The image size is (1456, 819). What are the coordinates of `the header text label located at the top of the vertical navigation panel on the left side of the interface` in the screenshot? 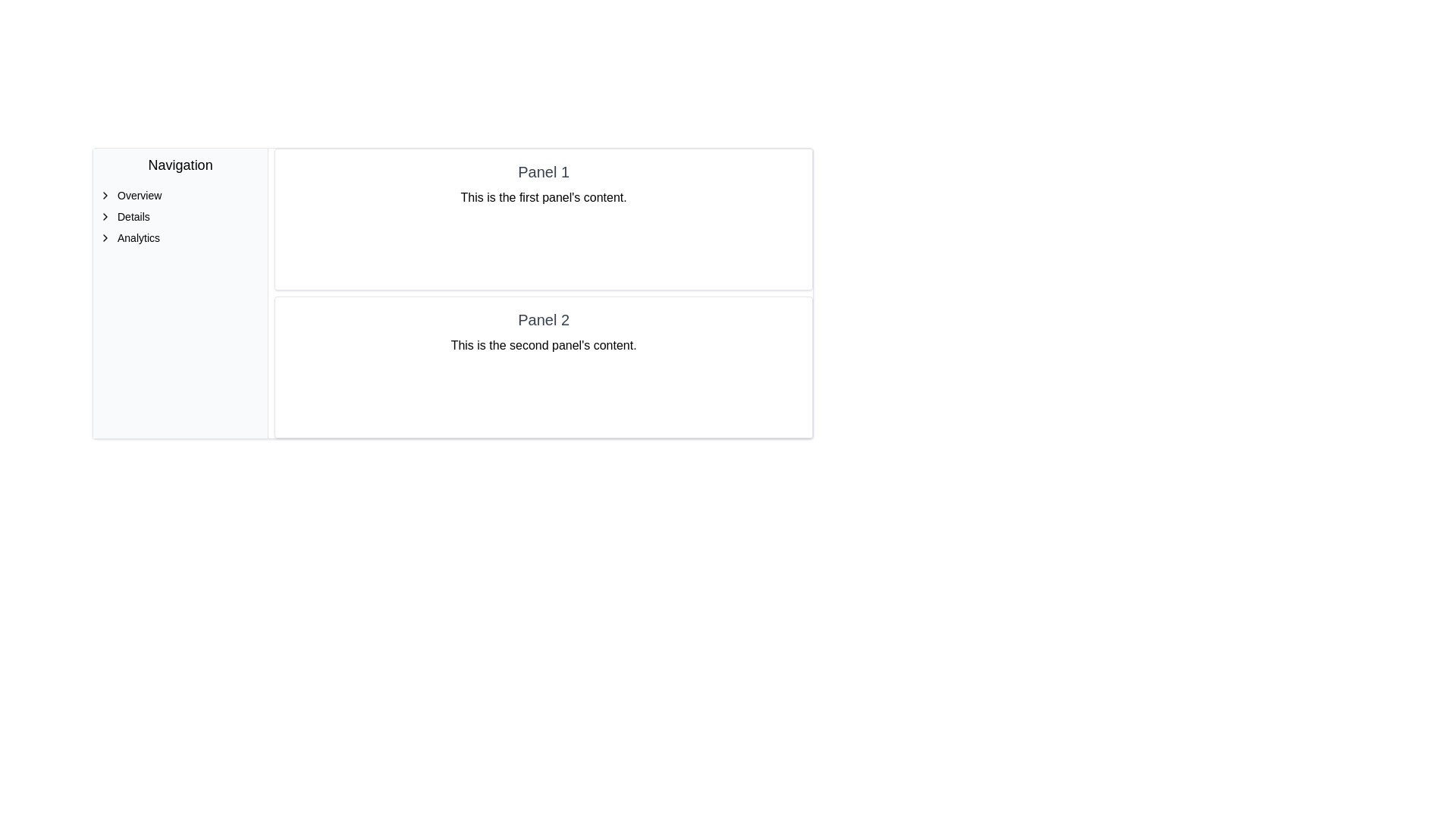 It's located at (180, 165).